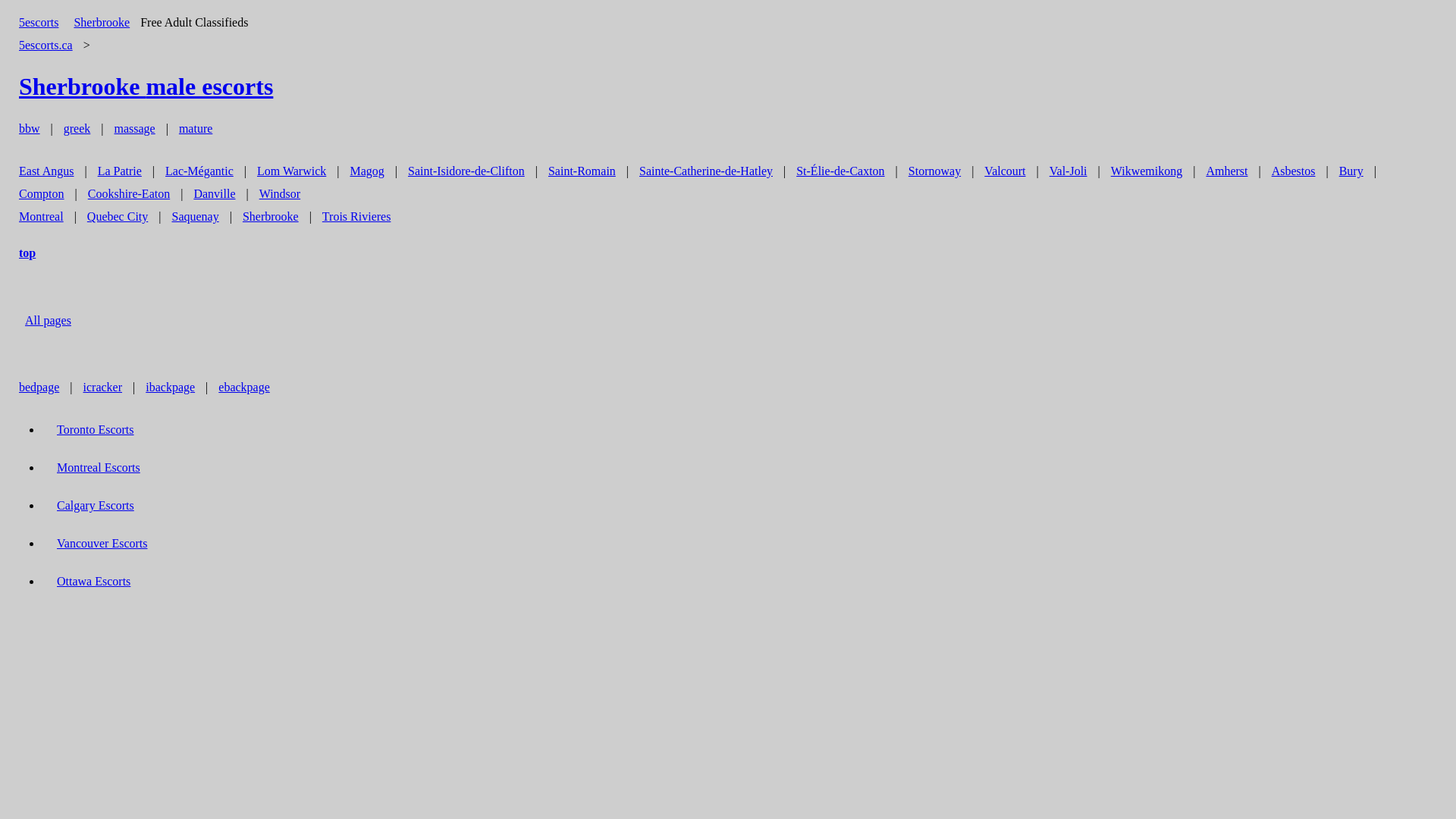  I want to click on 'massage', so click(134, 127).